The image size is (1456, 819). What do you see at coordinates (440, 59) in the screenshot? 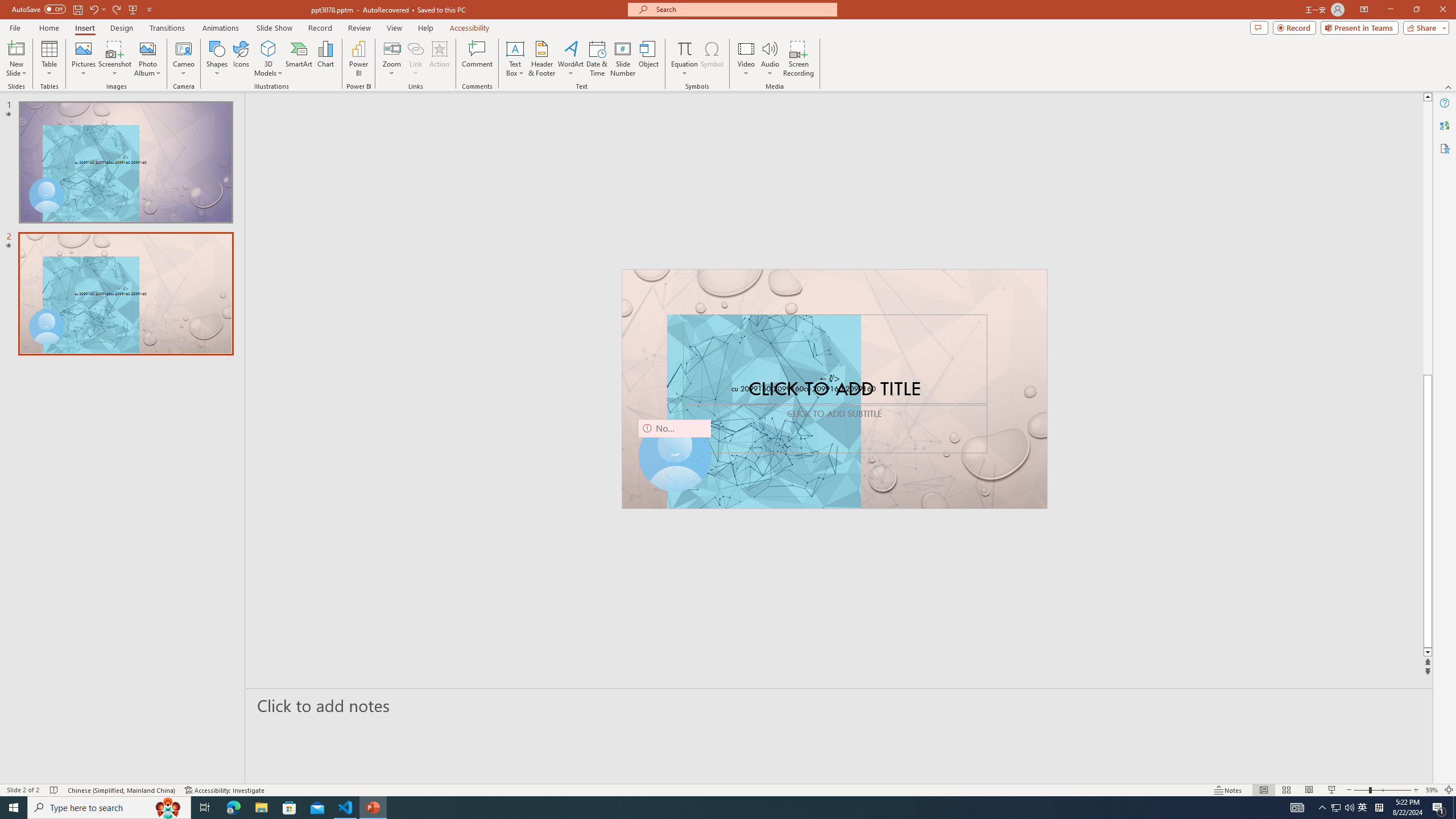
I see `'Action'` at bounding box center [440, 59].